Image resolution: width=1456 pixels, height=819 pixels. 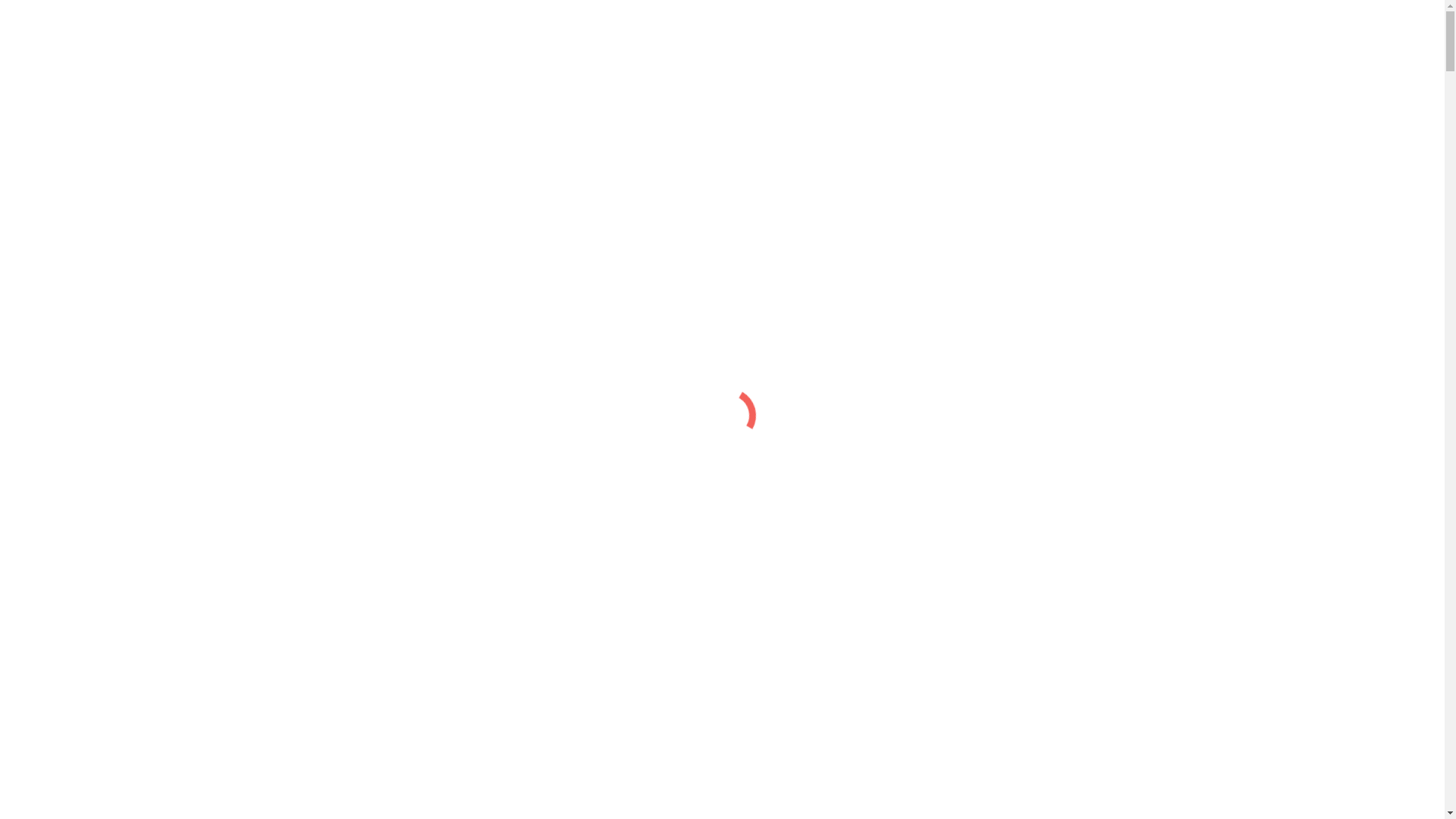 I want to click on 'Skip to content', so click(x=42, y=12).